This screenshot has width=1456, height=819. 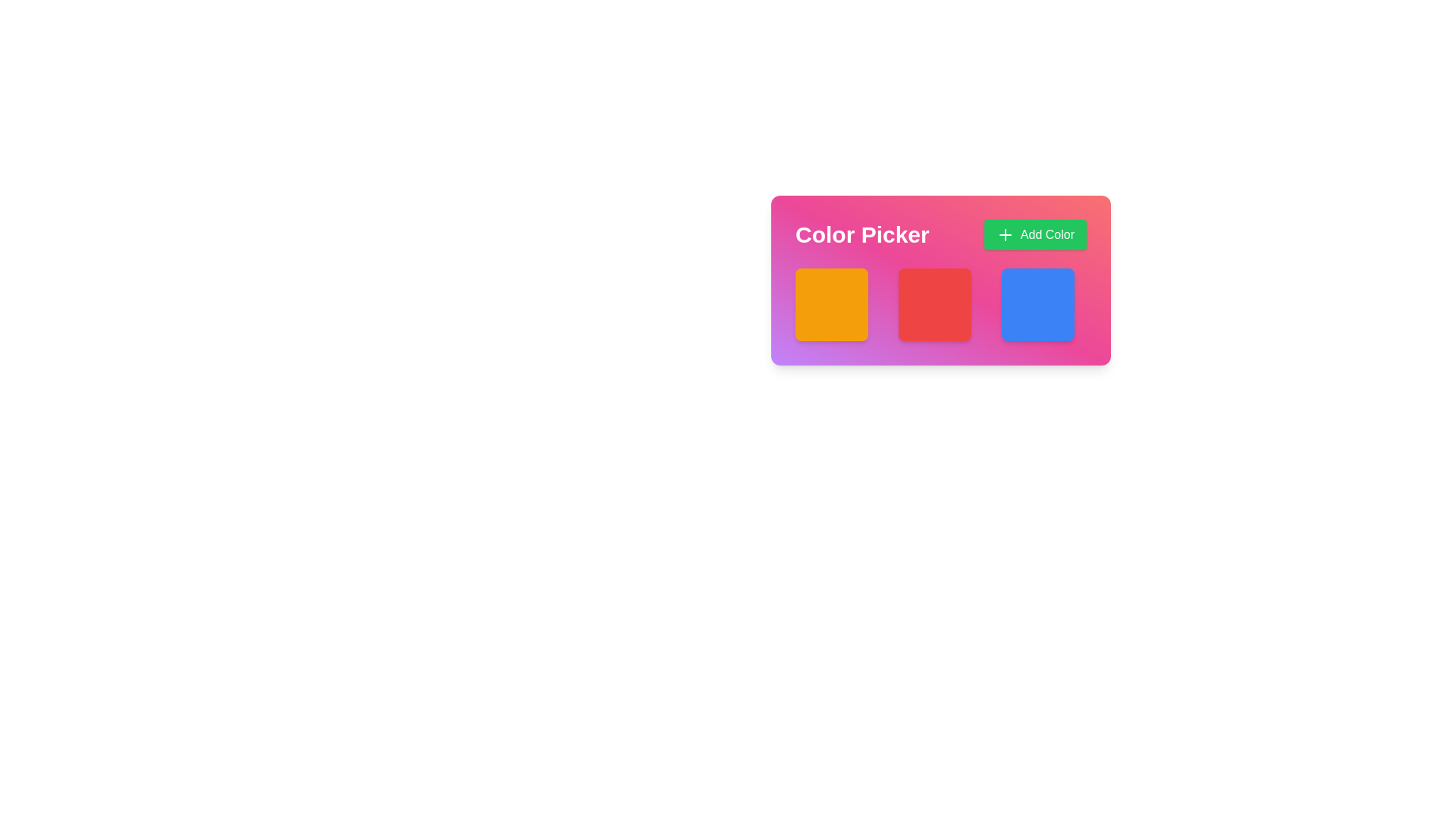 What do you see at coordinates (831, 304) in the screenshot?
I see `the leftmost selectable color tile in the Color Picker section` at bounding box center [831, 304].